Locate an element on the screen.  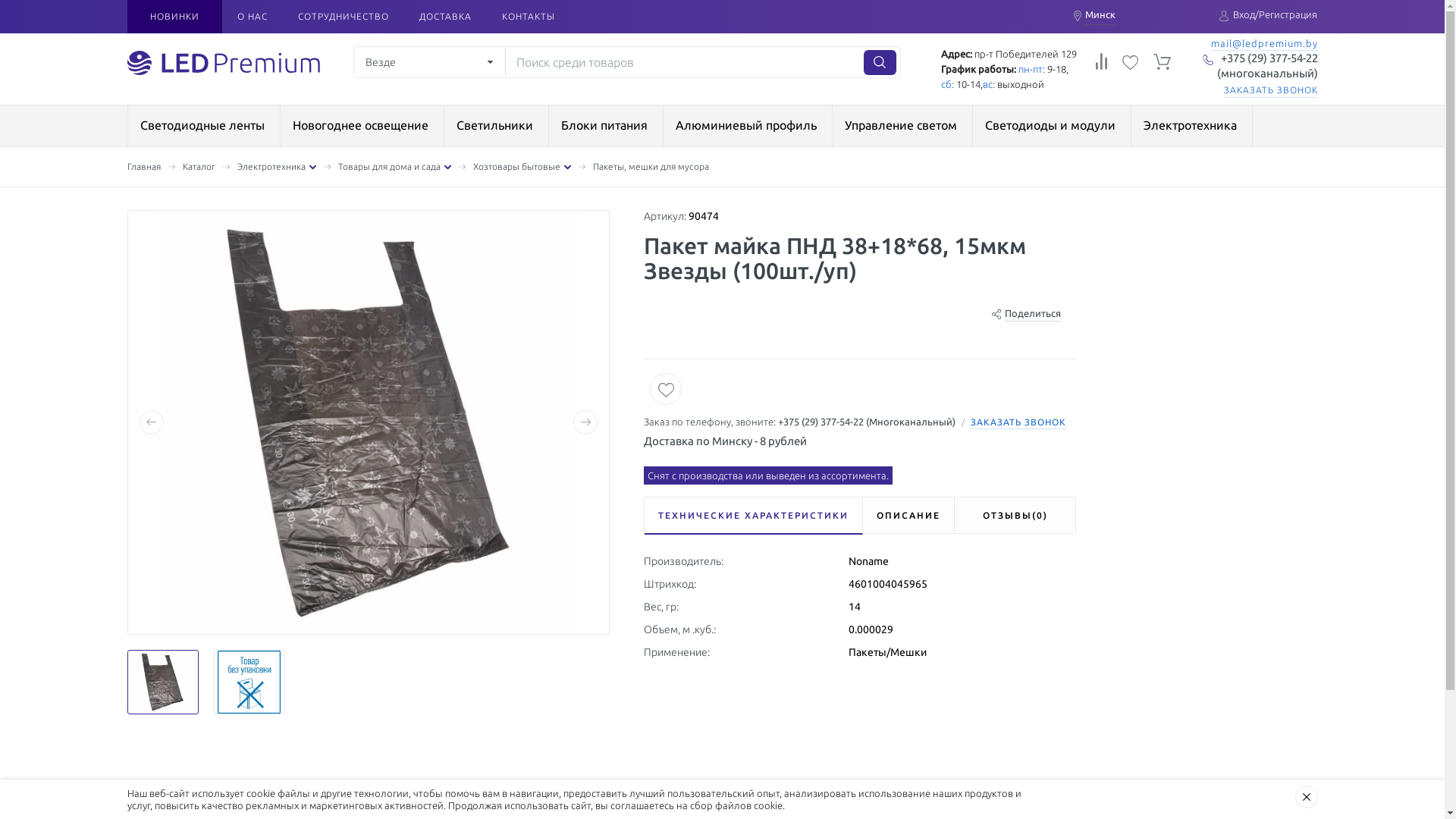
'mail@ledpremium.by' is located at coordinates (1263, 42).